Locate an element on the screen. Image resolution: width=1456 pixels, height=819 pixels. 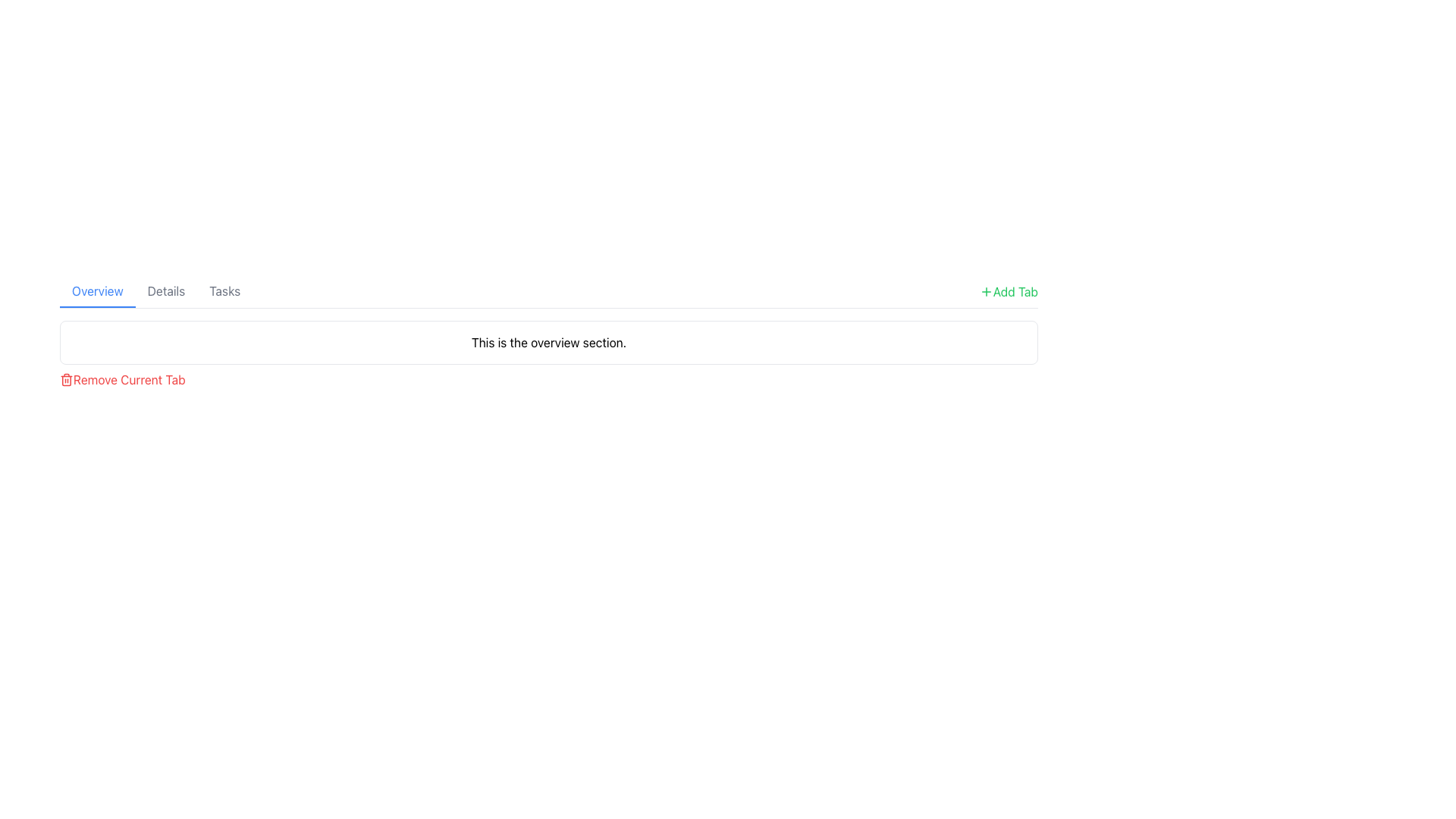
the Static Information Block that displays context or instructions about the overview section, located centrally below the navigation options is located at coordinates (548, 354).